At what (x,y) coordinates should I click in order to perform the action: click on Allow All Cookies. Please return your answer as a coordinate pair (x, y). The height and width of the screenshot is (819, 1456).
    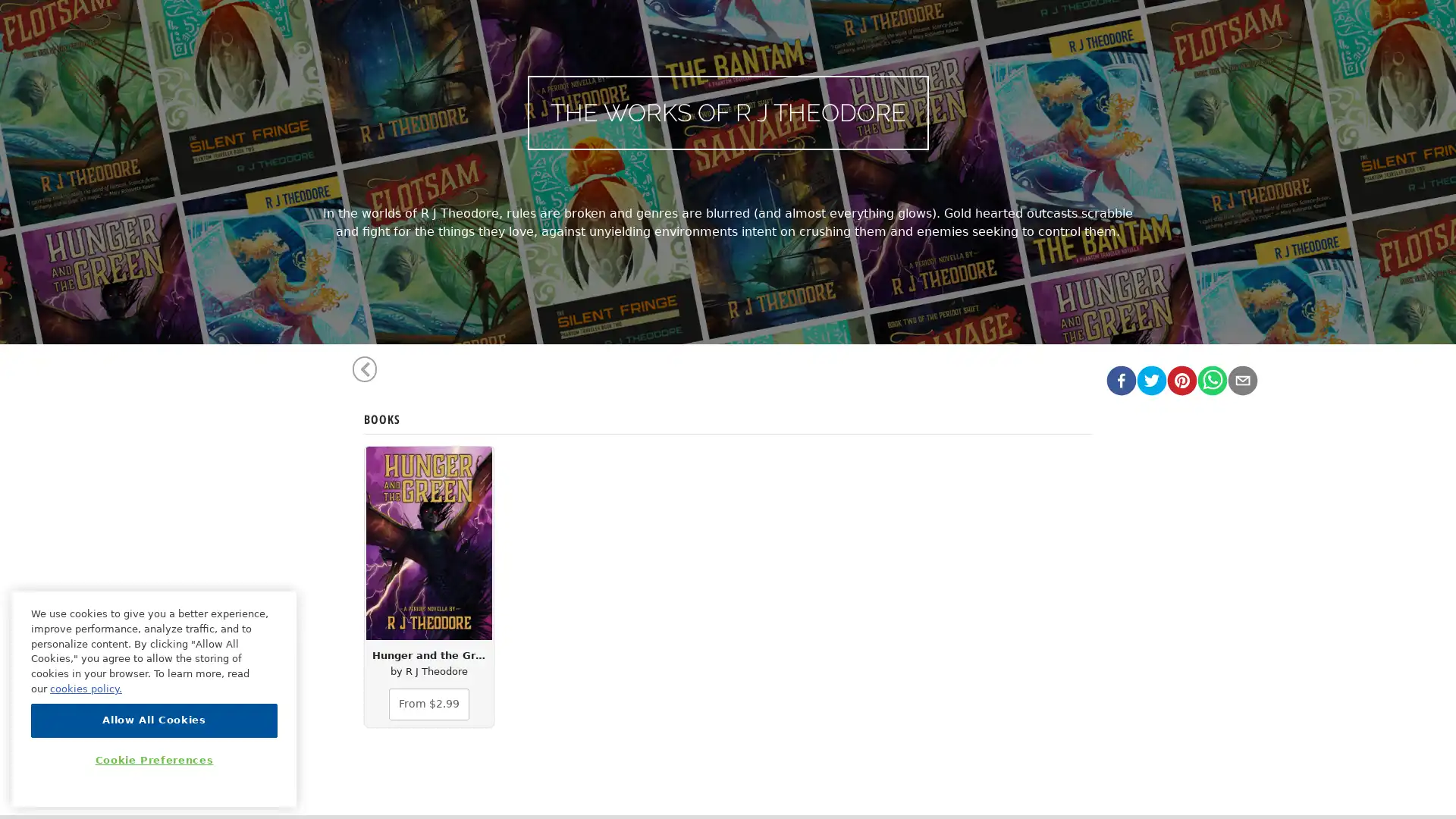
    Looking at the image, I should click on (154, 719).